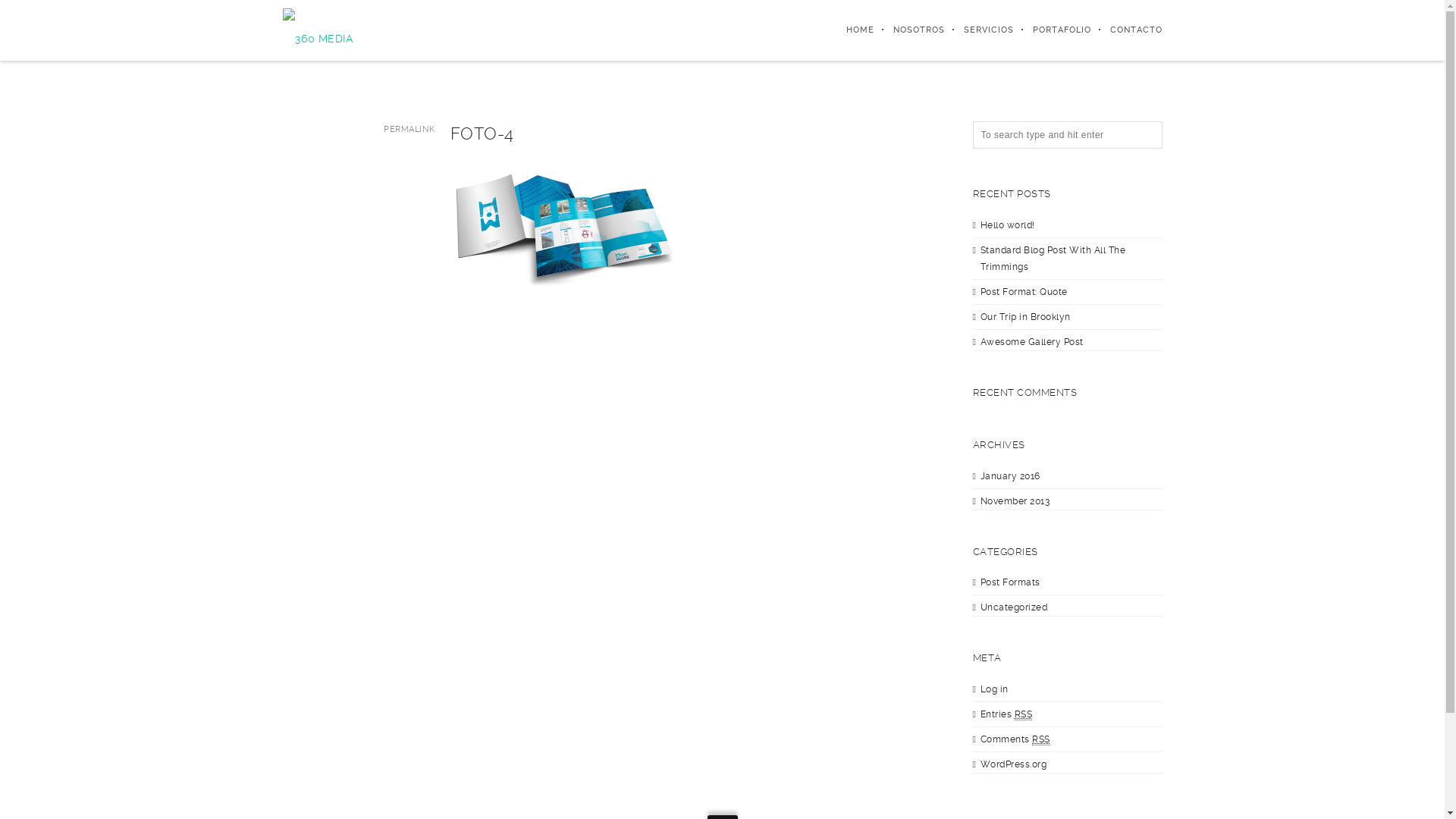 The image size is (1456, 819). I want to click on 'Entries RSS', so click(1006, 714).